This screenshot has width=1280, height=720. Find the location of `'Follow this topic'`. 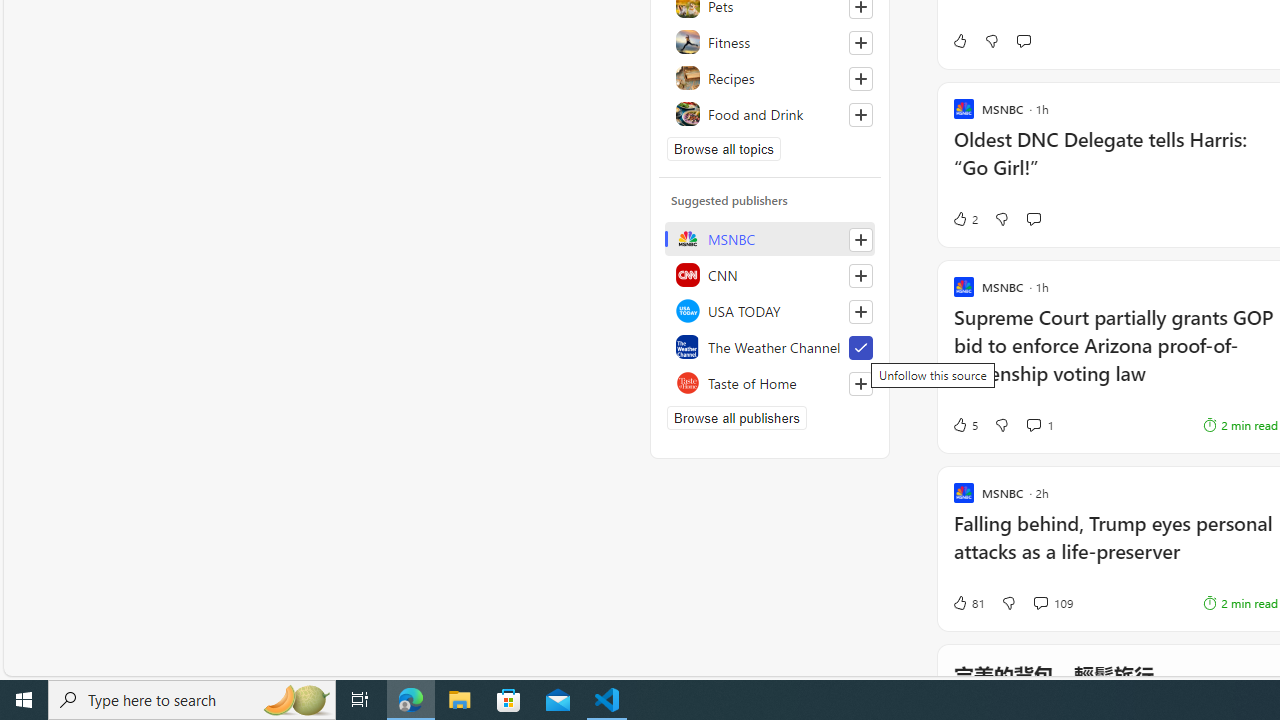

'Follow this topic' is located at coordinates (860, 114).